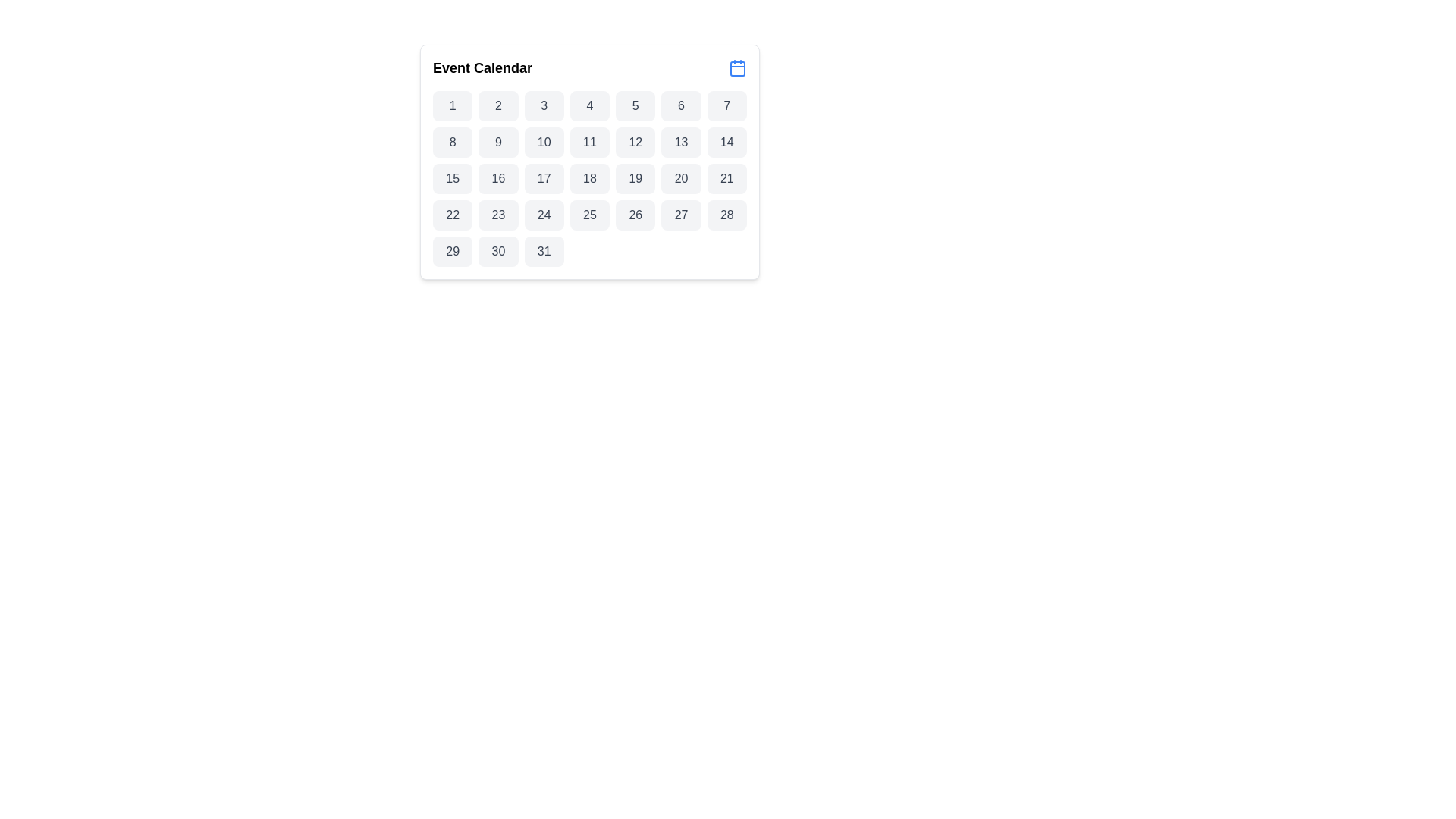  Describe the element at coordinates (588, 215) in the screenshot. I see `the selectable day button for the 25th day` at that location.